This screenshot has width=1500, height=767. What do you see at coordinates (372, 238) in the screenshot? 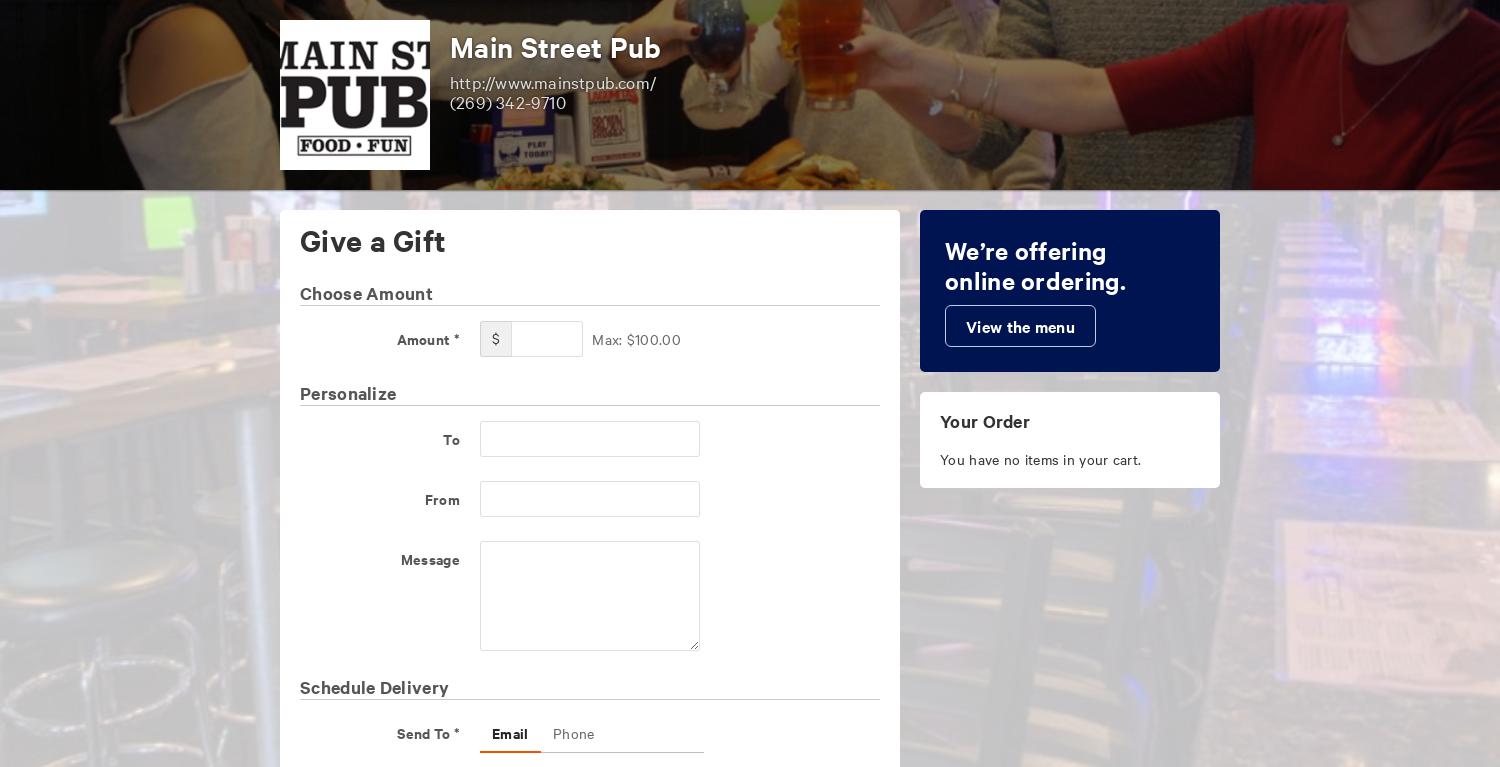
I see `'Give a Gift'` at bounding box center [372, 238].